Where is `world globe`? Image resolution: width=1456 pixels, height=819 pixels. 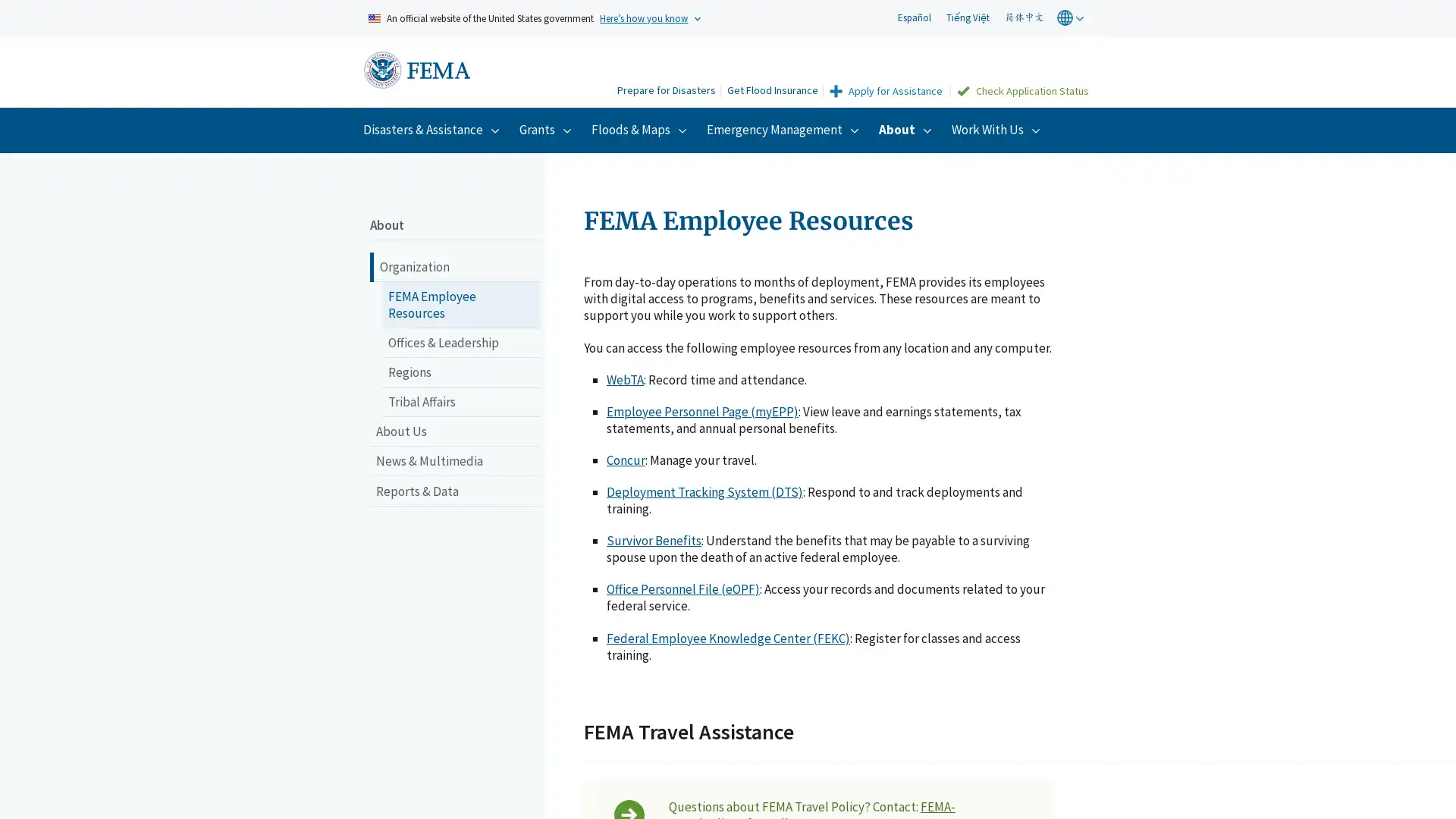 world globe is located at coordinates (1072, 17).